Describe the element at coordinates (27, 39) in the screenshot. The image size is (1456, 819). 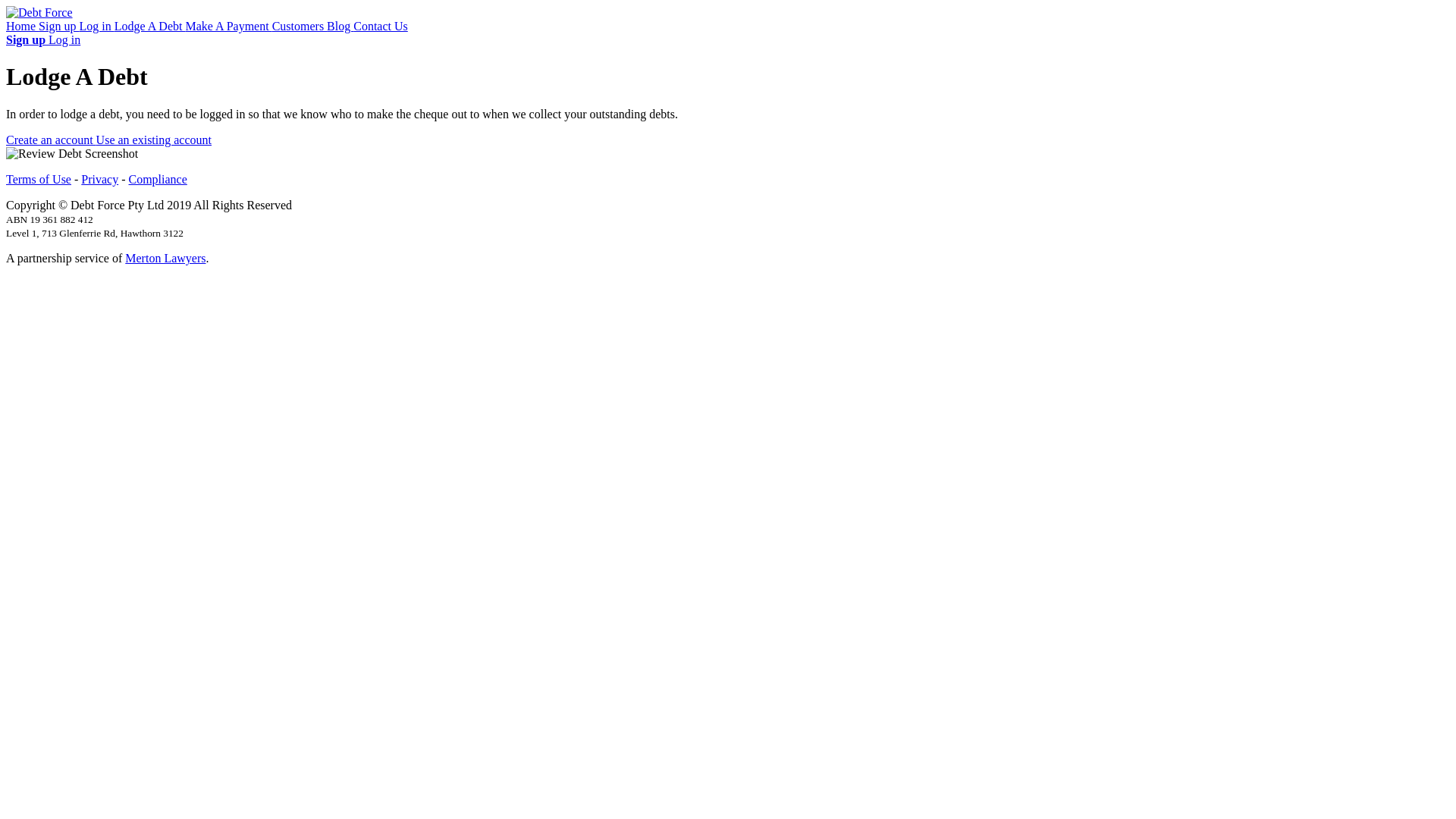
I see `'Sign up'` at that location.